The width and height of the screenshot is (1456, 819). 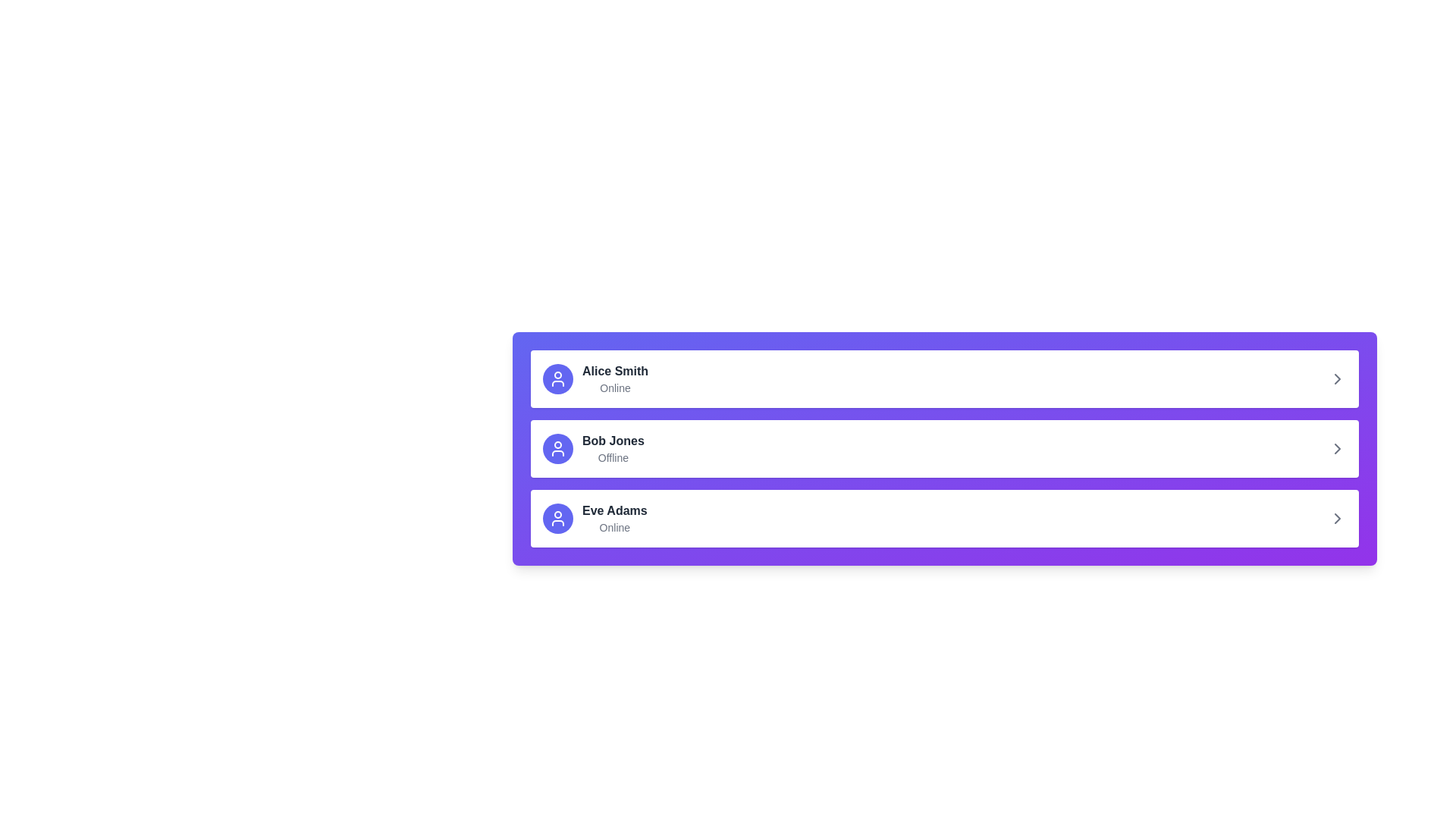 I want to click on the small, right-pointing gray arrow icon located at the far right of the third list row, so click(x=1337, y=517).